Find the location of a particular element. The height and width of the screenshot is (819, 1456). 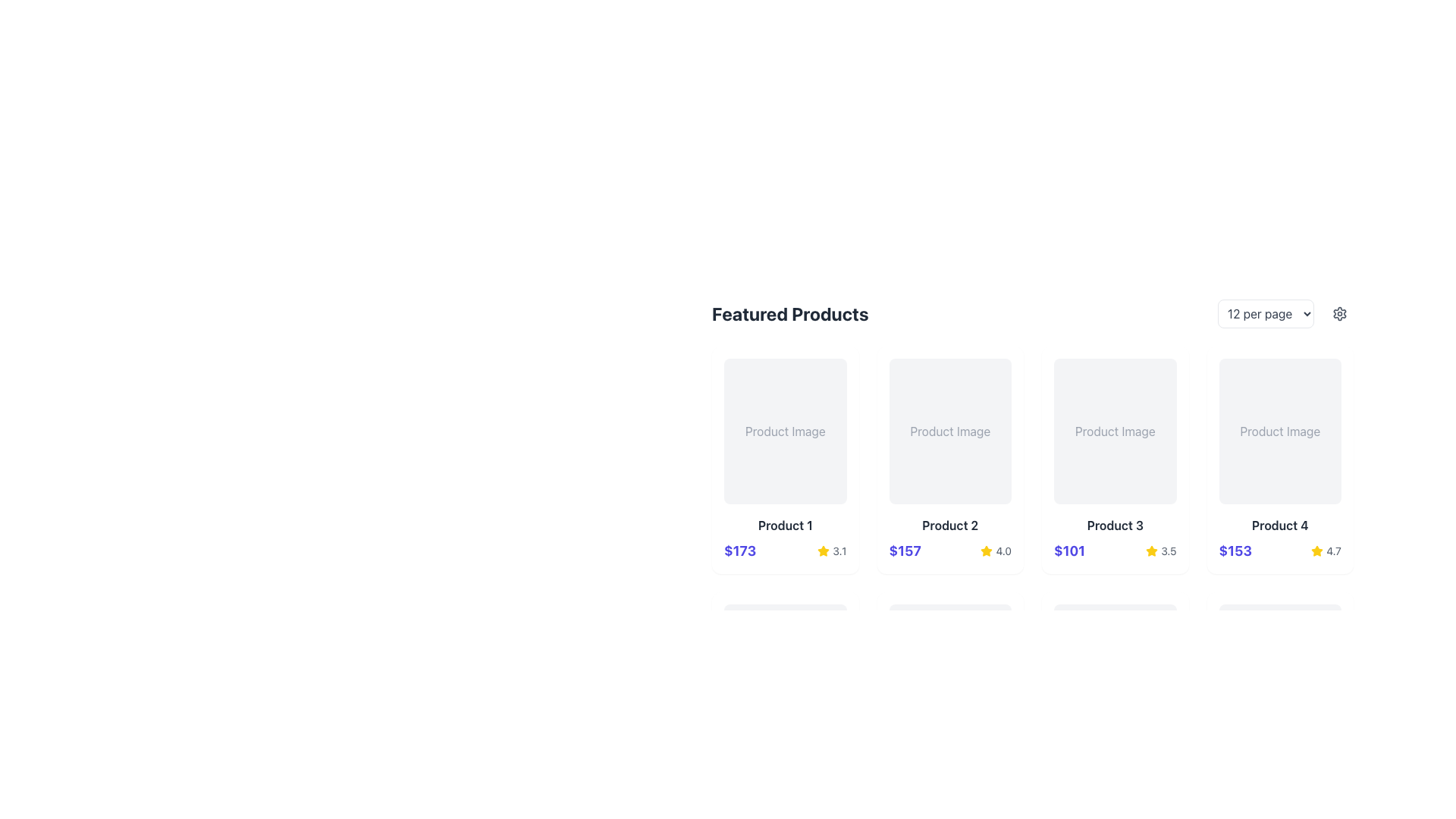

the price and rating information displayed in the second product card from the left, positioned below the product title and other details is located at coordinates (949, 551).